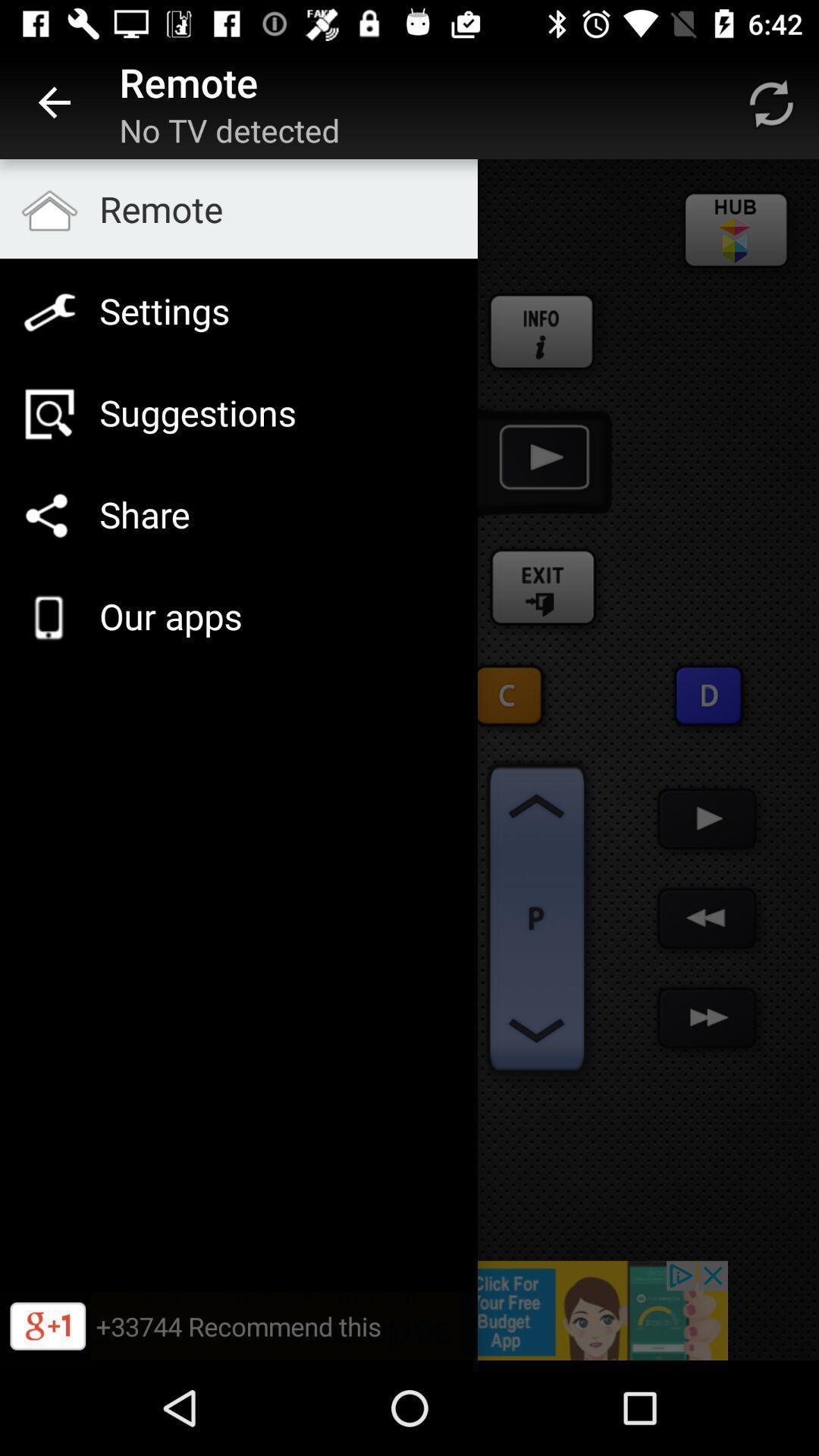 The image size is (819, 1456). Describe the element at coordinates (536, 805) in the screenshot. I see `the expand_less icon` at that location.